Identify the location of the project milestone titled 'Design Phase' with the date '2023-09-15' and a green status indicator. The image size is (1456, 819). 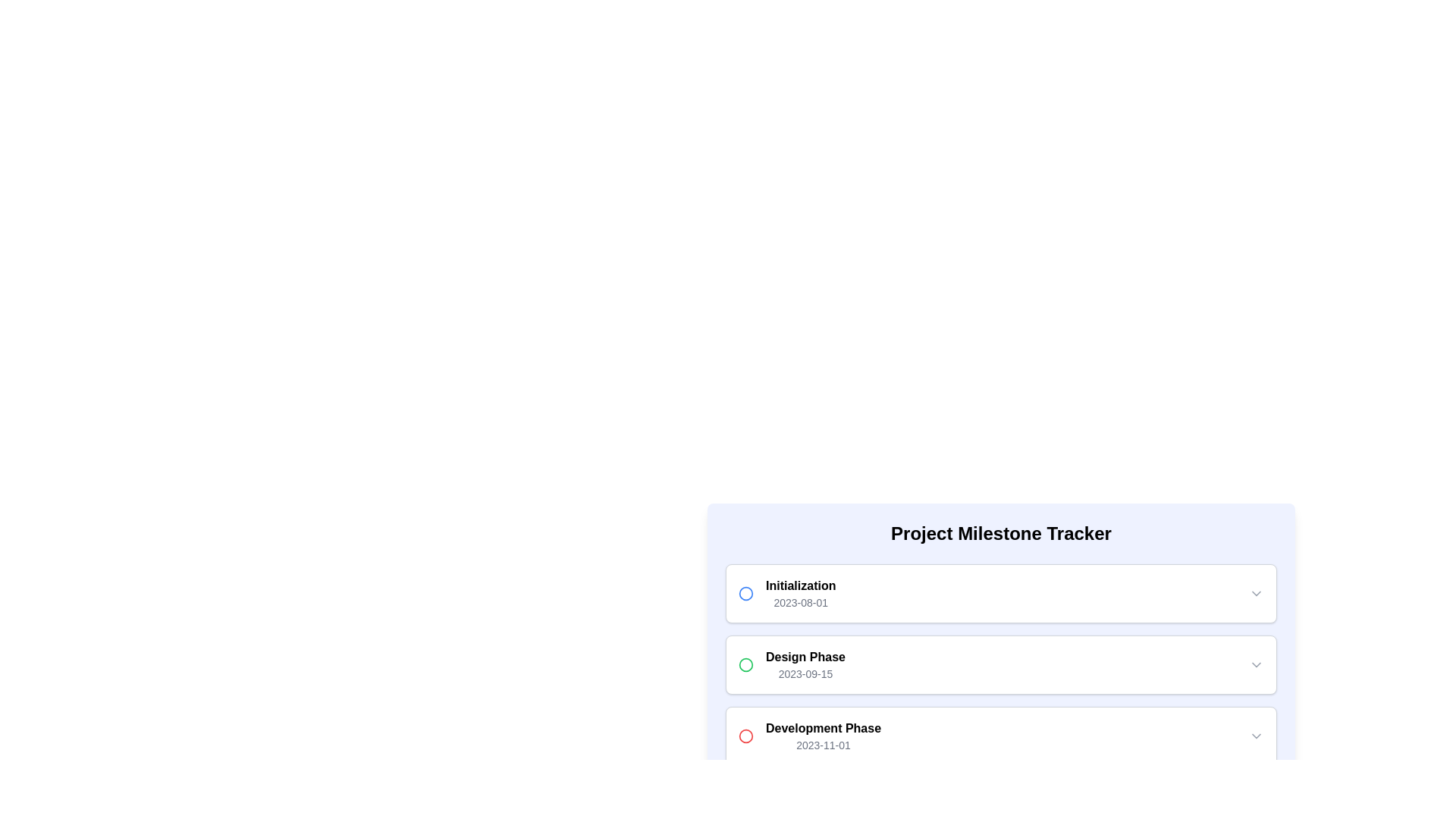
(791, 664).